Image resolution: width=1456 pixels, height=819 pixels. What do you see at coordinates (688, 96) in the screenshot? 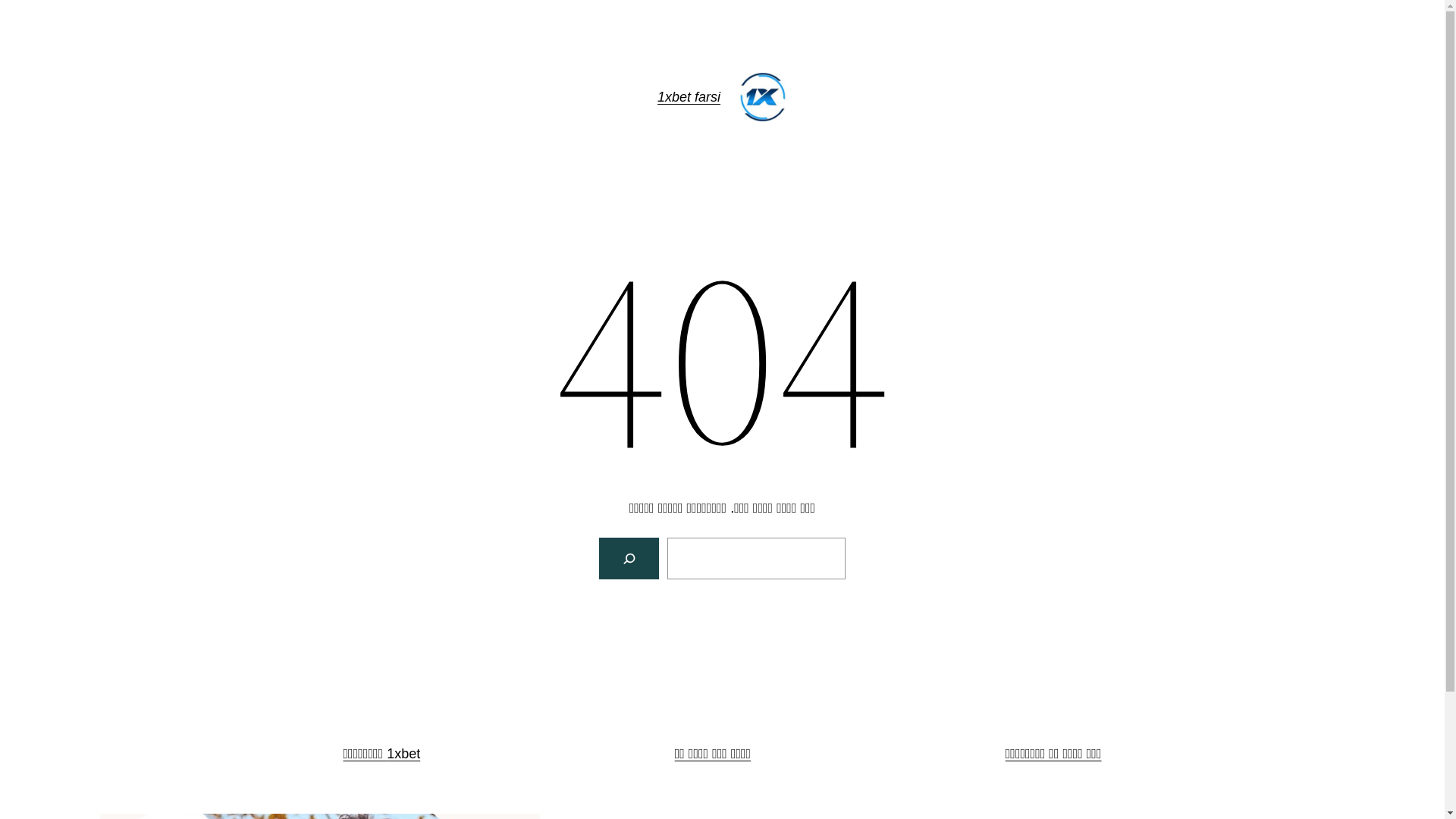
I see `'1xbet farsi'` at bounding box center [688, 96].